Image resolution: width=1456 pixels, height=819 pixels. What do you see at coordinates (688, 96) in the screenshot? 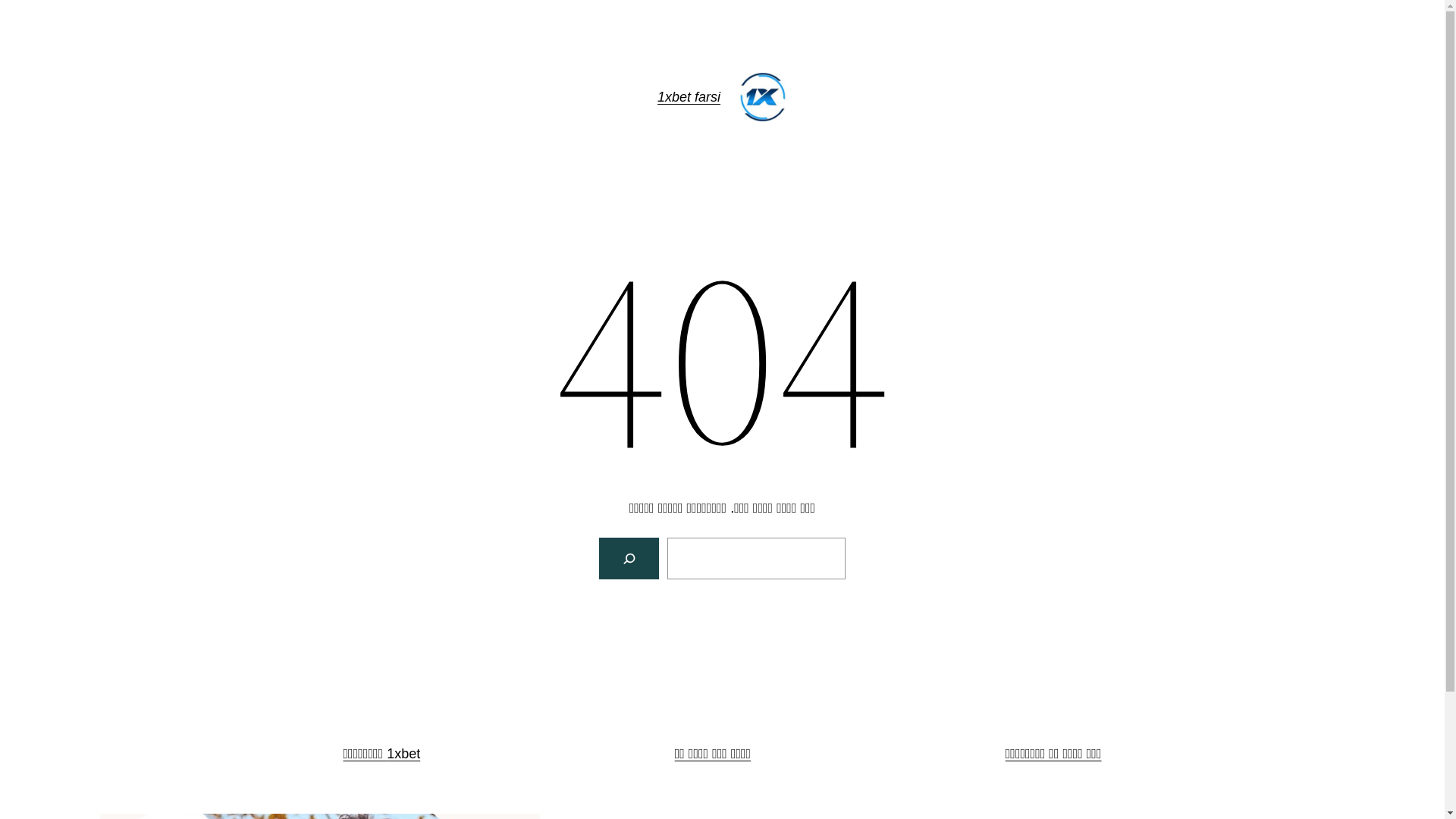
I see `'1xbet farsi'` at bounding box center [688, 96].